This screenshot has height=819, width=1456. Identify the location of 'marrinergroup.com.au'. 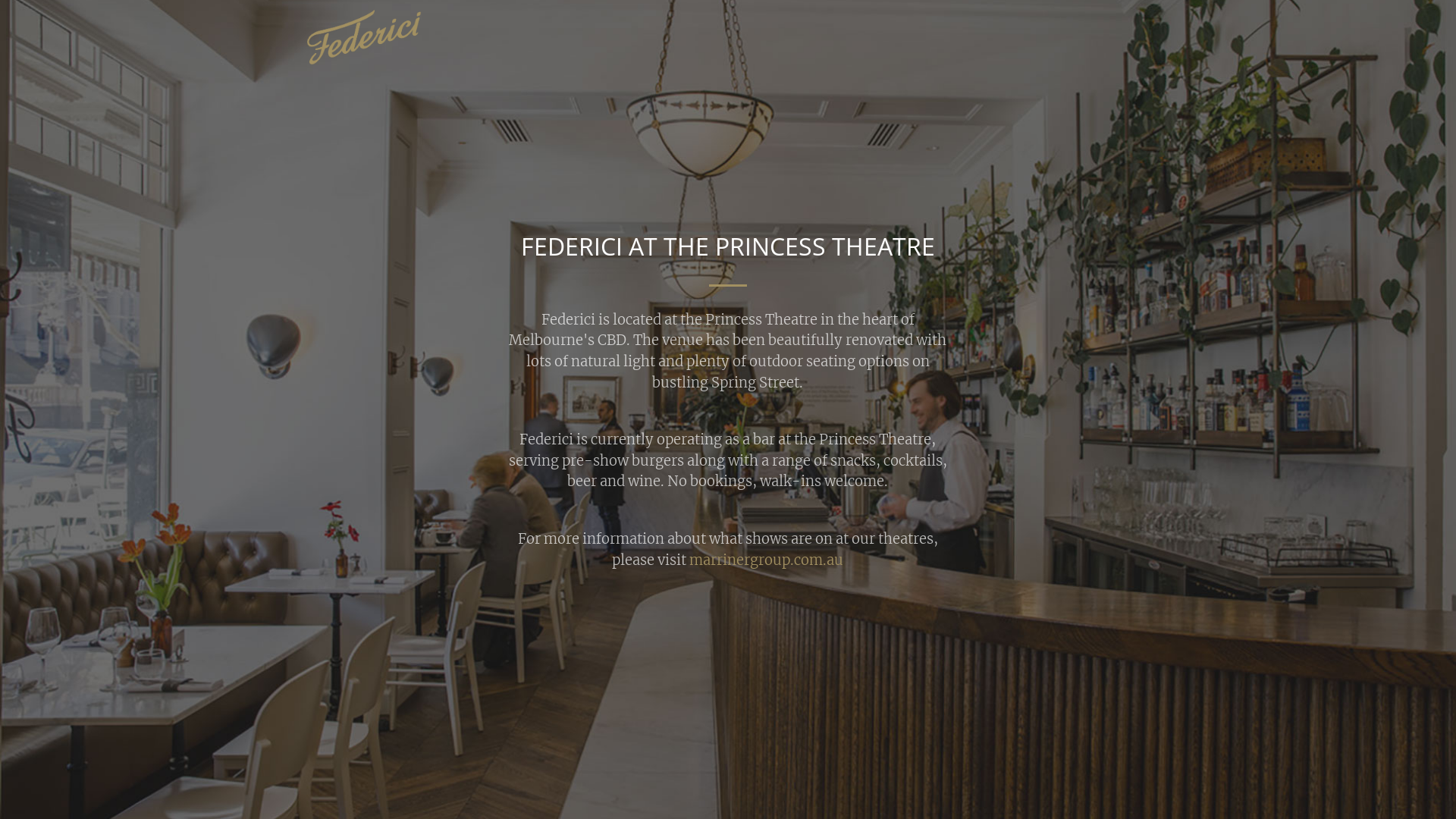
(766, 560).